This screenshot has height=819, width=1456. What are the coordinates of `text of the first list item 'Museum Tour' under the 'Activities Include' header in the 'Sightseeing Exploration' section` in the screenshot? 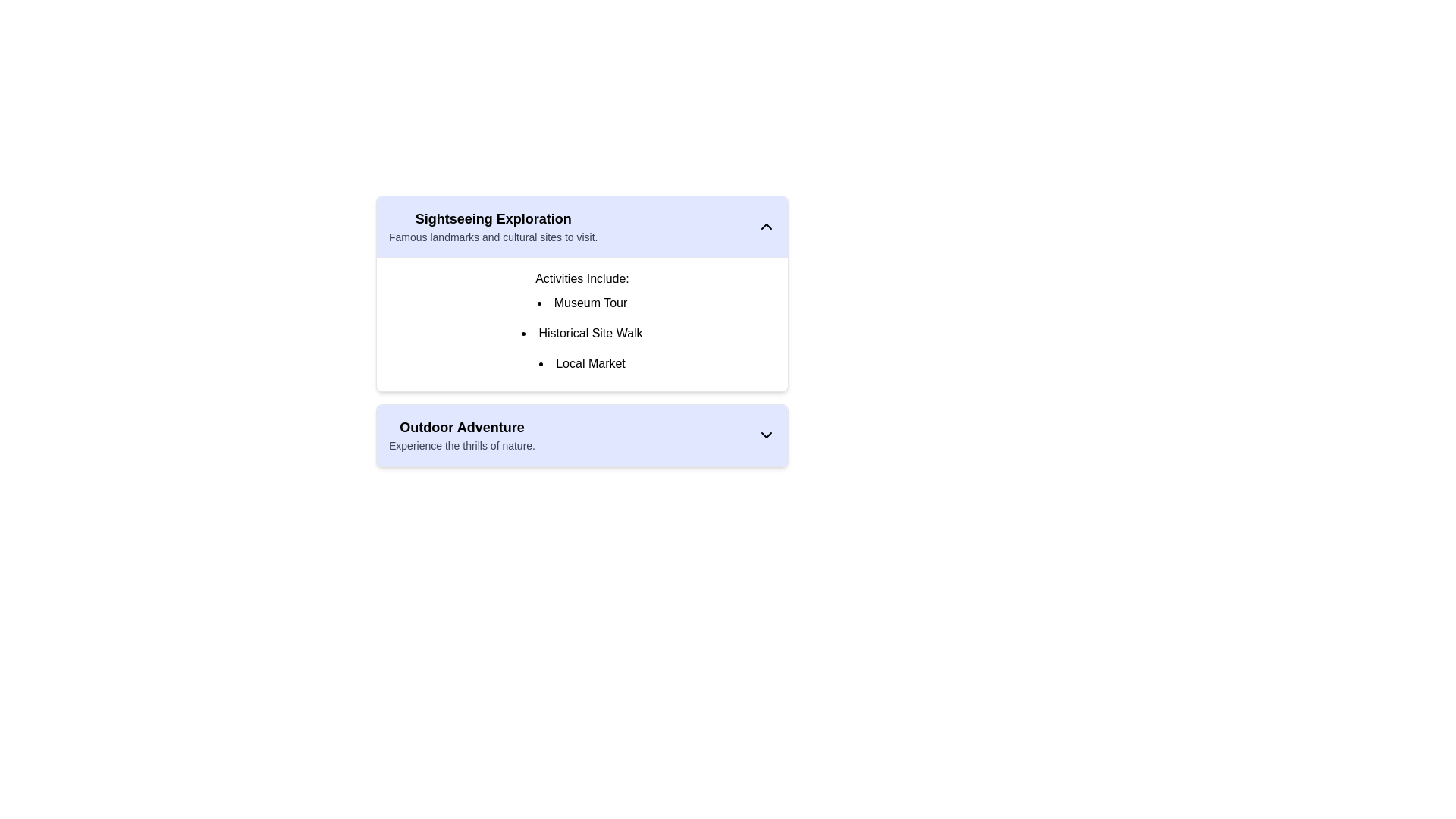 It's located at (582, 303).